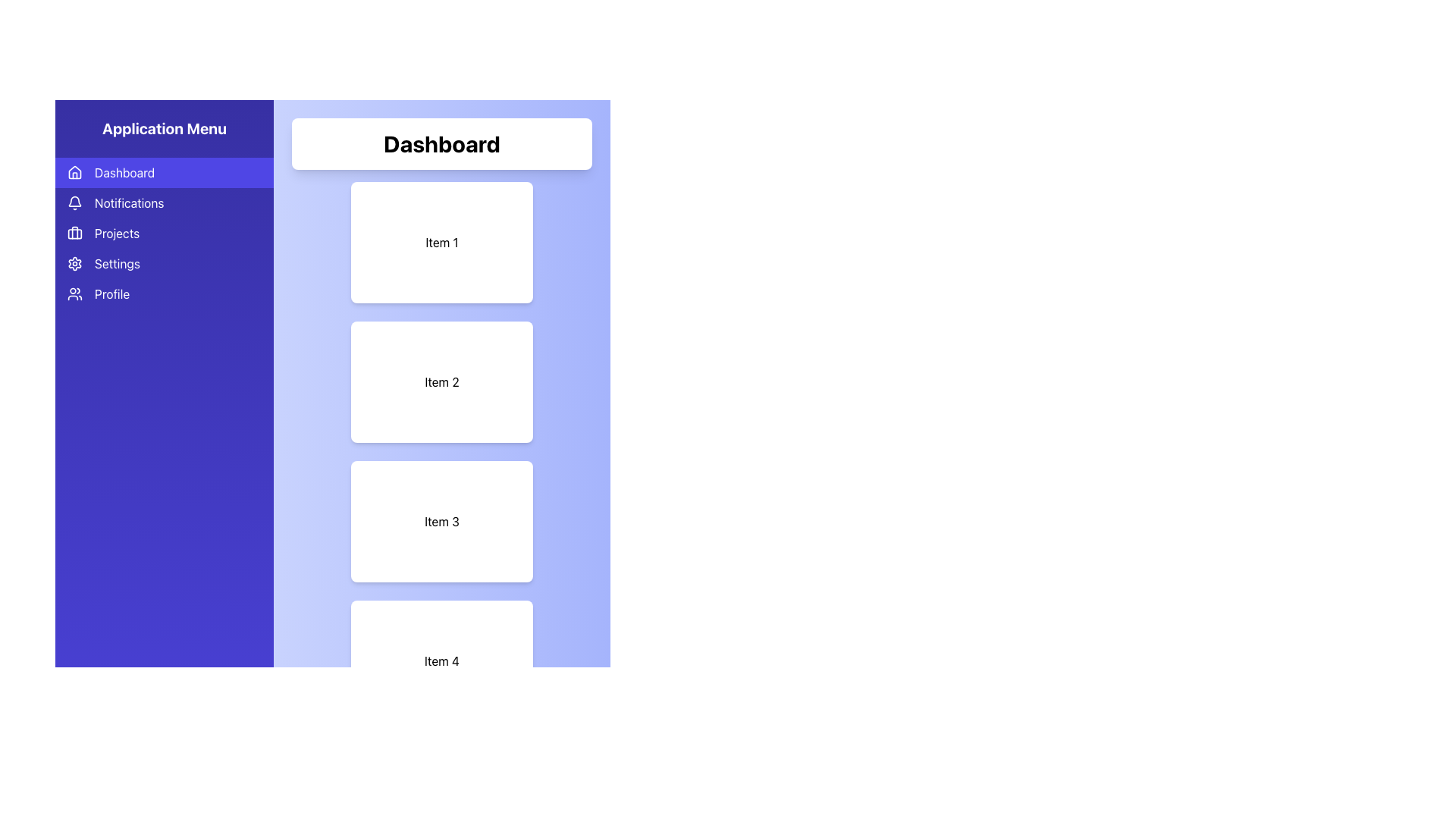  Describe the element at coordinates (74, 171) in the screenshot. I see `the home icon, which is a small white house outline on a purple background, located to the left of the 'Dashboard' text in the top-left section of the menu bar` at that location.